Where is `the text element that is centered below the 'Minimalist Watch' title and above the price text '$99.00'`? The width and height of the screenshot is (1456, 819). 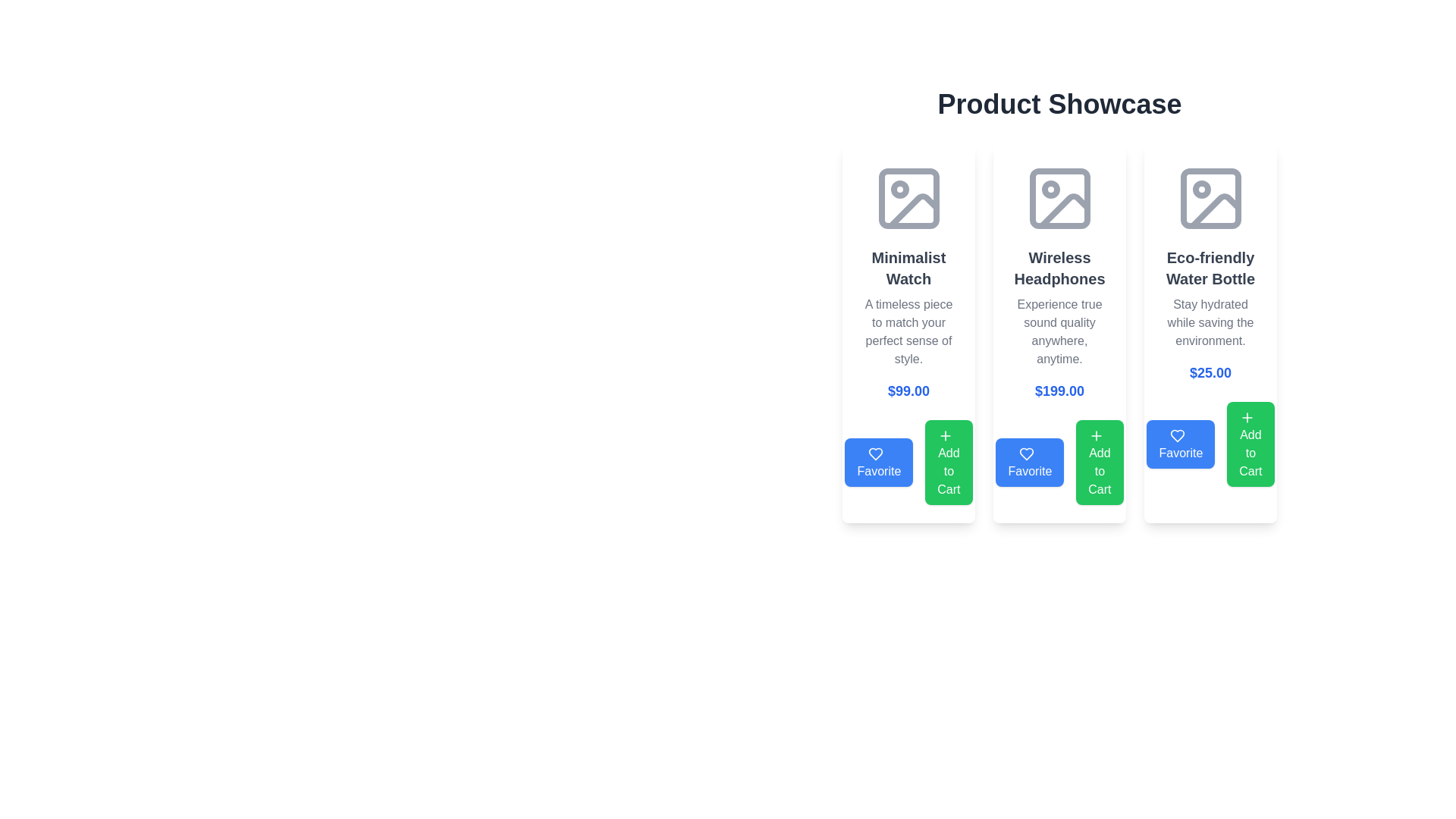
the text element that is centered below the 'Minimalist Watch' title and above the price text '$99.00' is located at coordinates (908, 331).